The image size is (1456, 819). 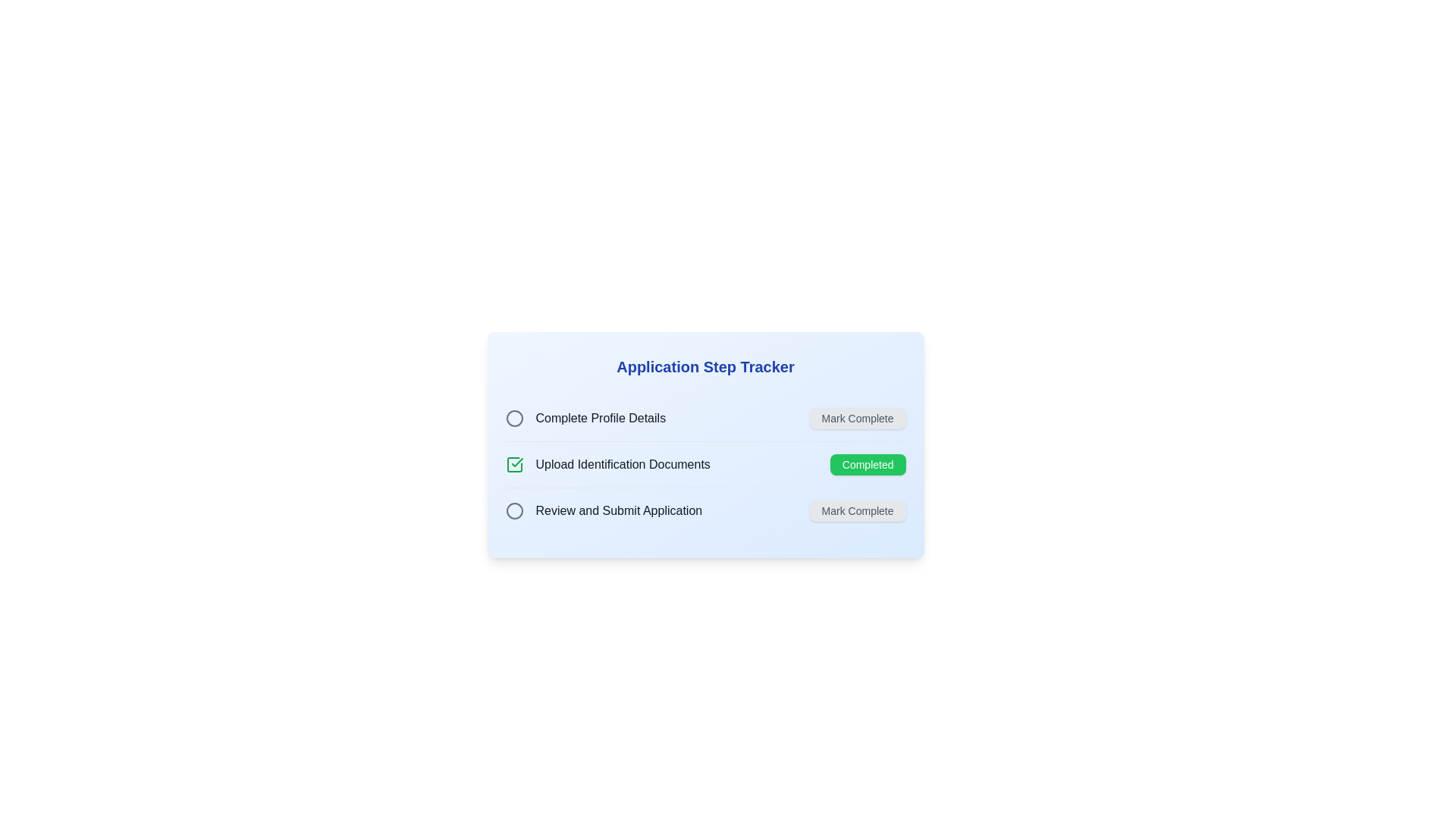 What do you see at coordinates (514, 511) in the screenshot?
I see `the circular gray outlined Indicator icon located at the beginning of the 'Review and Submit Application' row in the Application Step Tracker` at bounding box center [514, 511].